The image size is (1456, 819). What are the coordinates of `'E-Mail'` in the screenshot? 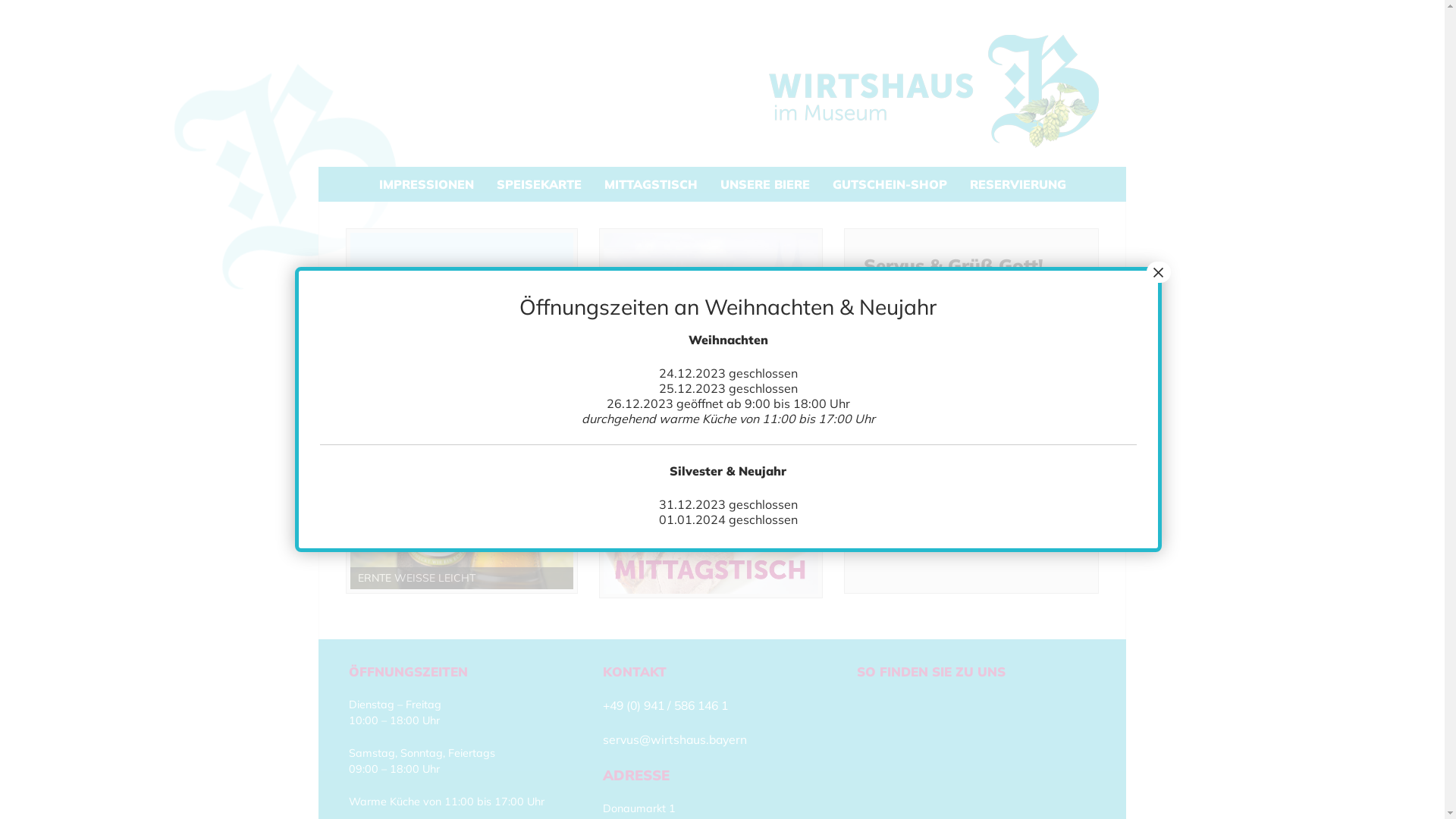 It's located at (977, 376).